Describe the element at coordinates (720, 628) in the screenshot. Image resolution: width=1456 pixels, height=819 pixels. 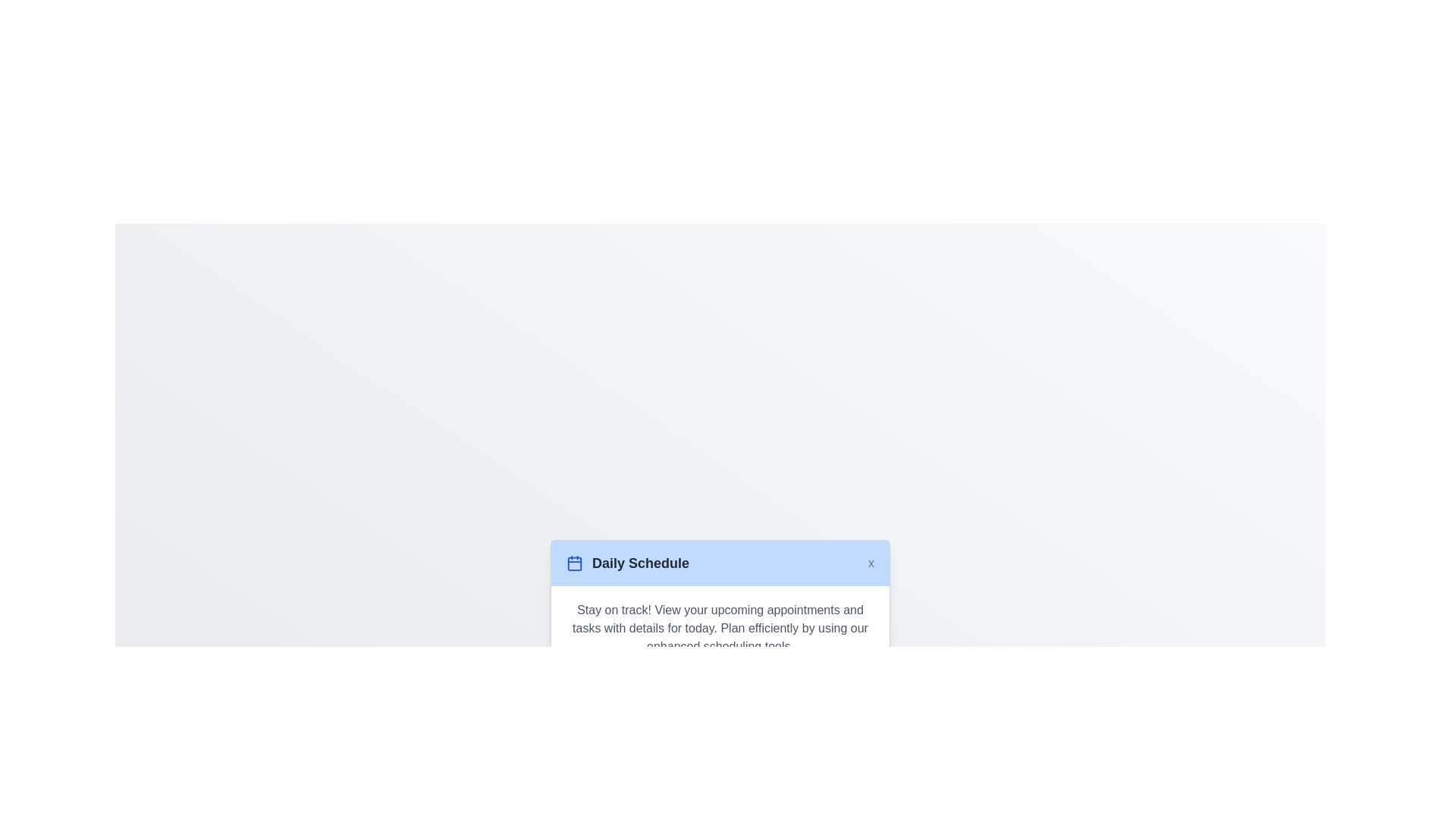
I see `the text block that provides information about scheduling and planning tasks, located under the 'Daily Schedule' heading in a blue card UI element` at that location.